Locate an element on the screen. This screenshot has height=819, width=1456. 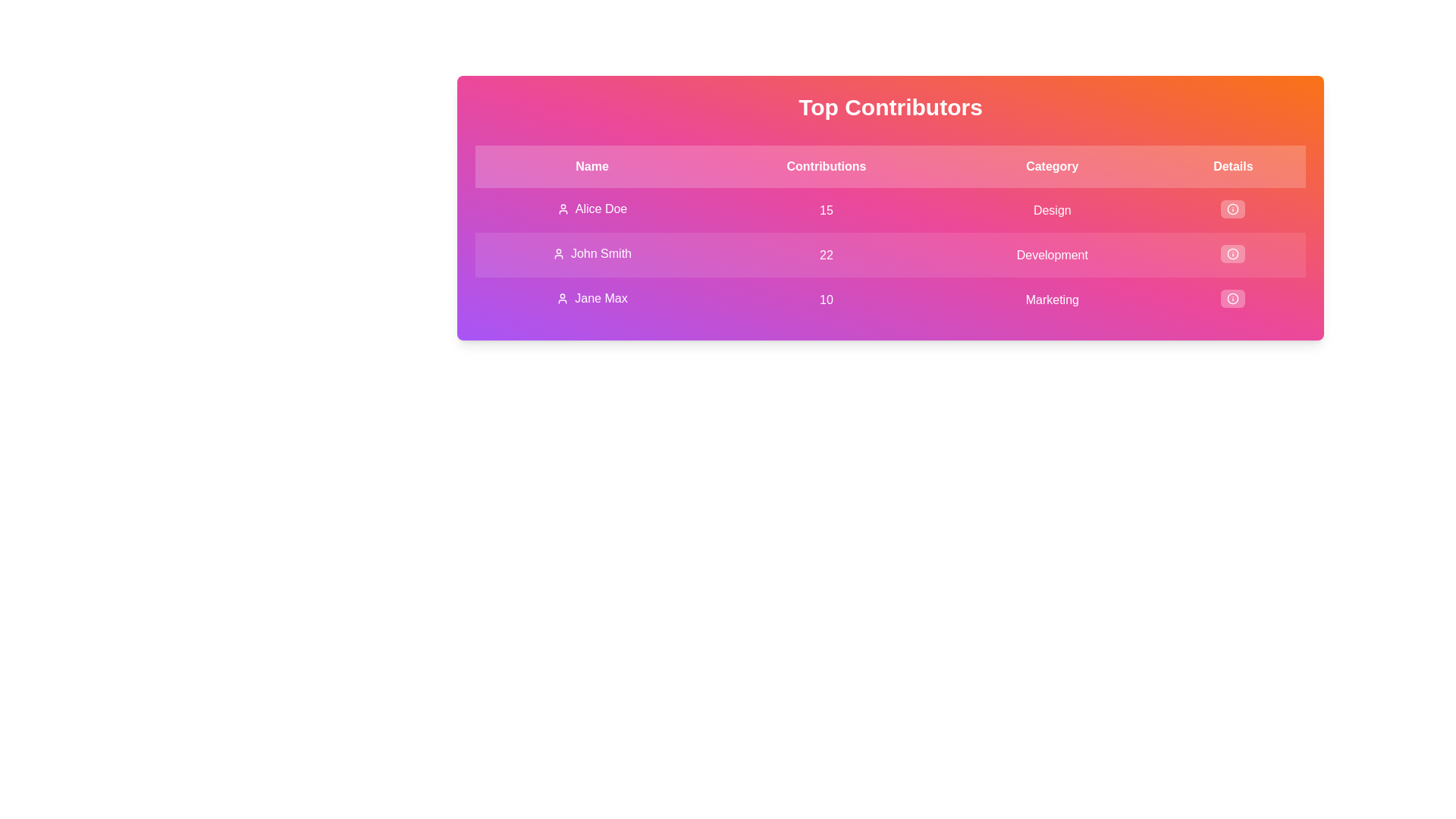
the information icon in the 'Details' column of the table corresponding to the 'Design' category is located at coordinates (1233, 209).